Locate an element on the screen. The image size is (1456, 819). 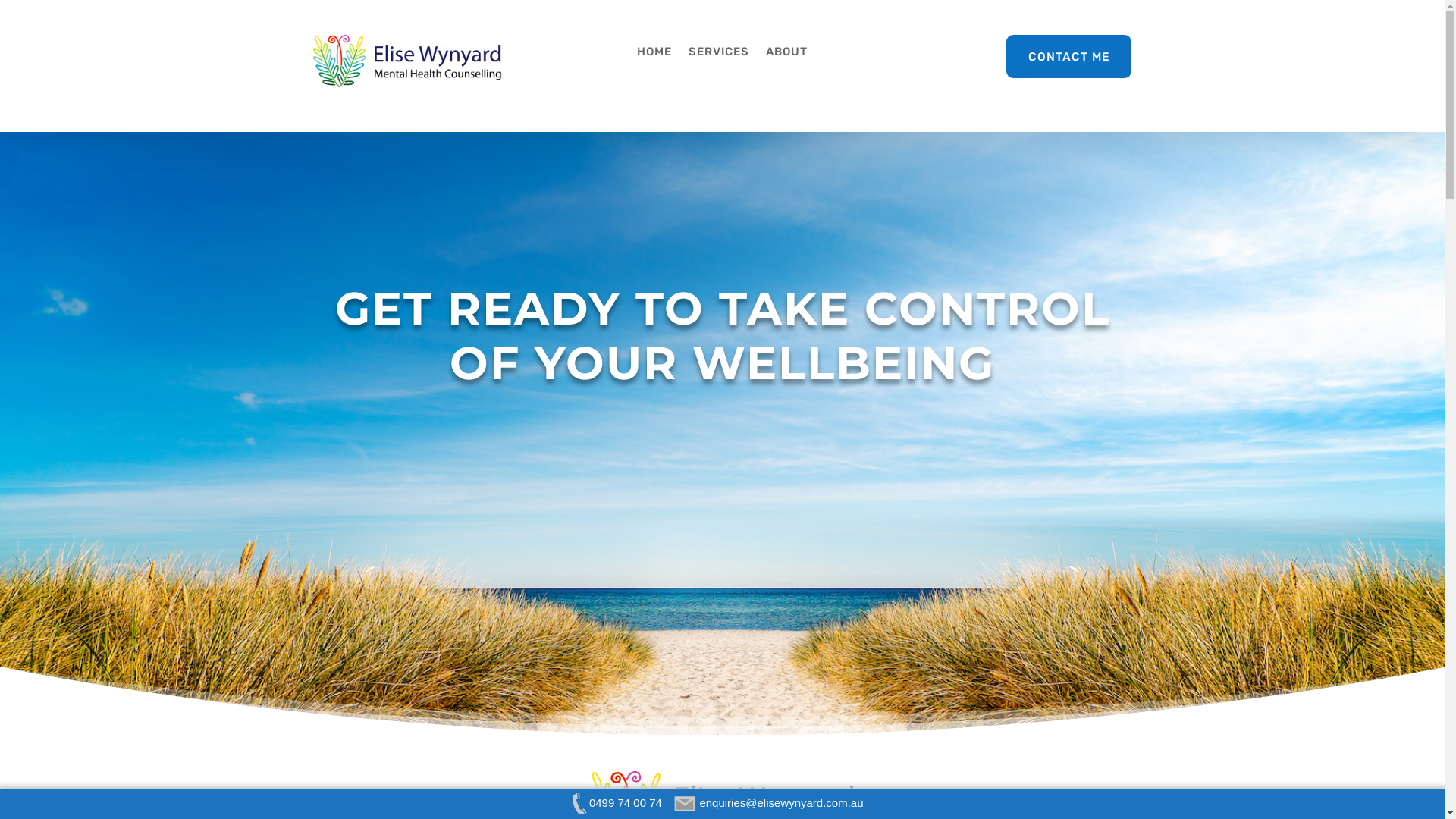
'0499 74 00 74' is located at coordinates (614, 802).